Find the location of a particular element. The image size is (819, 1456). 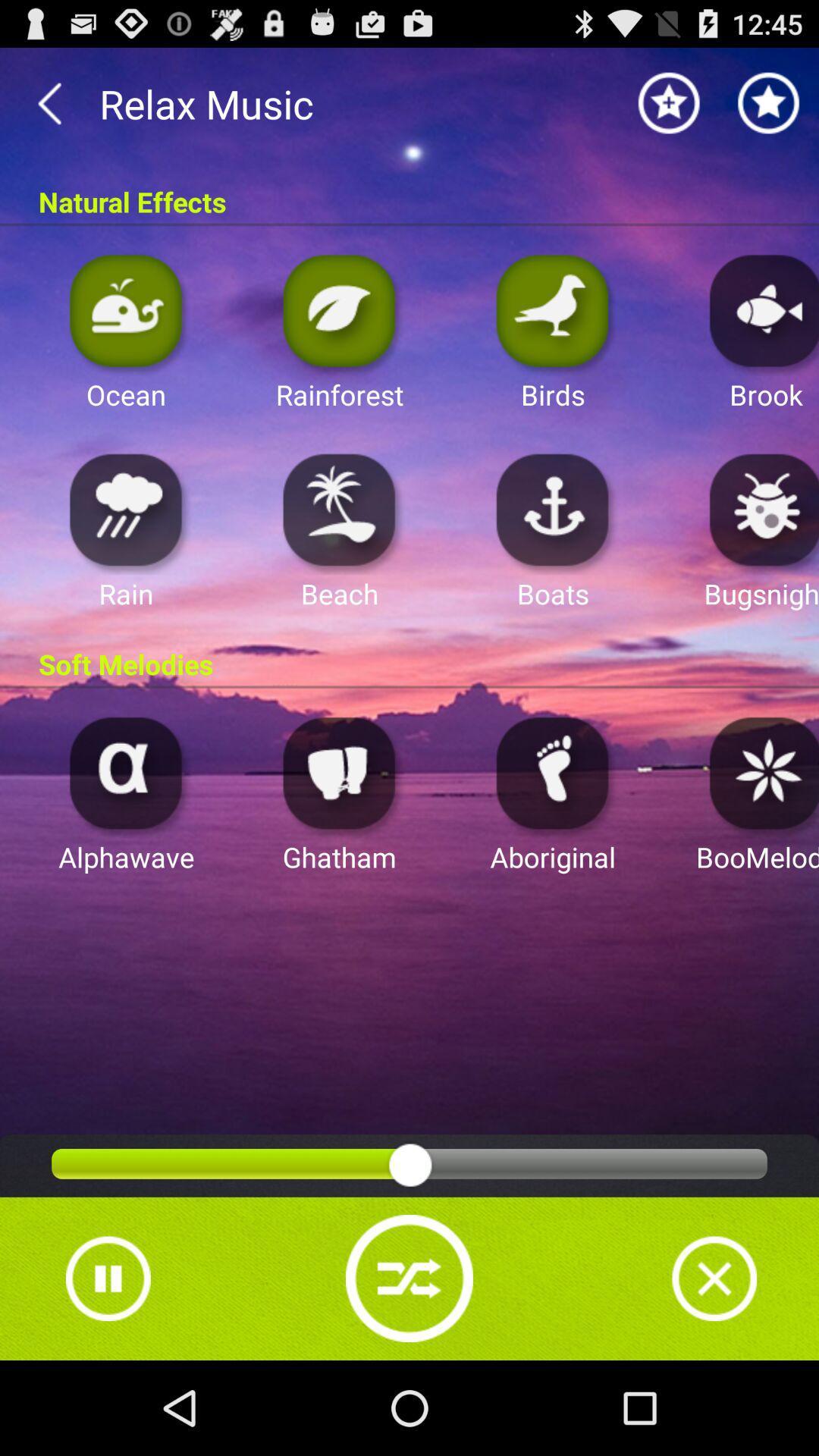

opens alphawave is located at coordinates (125, 772).